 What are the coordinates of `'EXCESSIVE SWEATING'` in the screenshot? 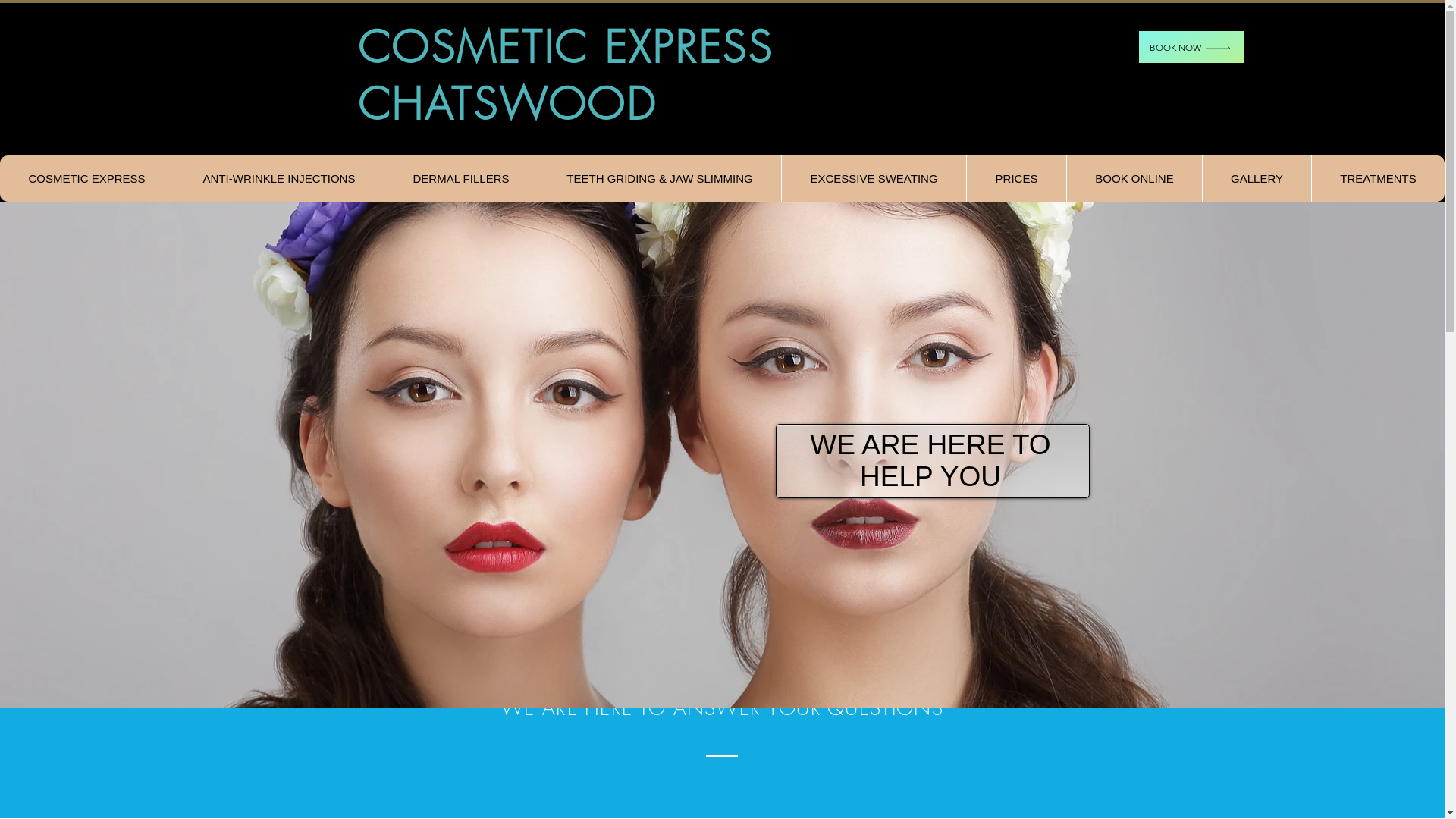 It's located at (874, 177).